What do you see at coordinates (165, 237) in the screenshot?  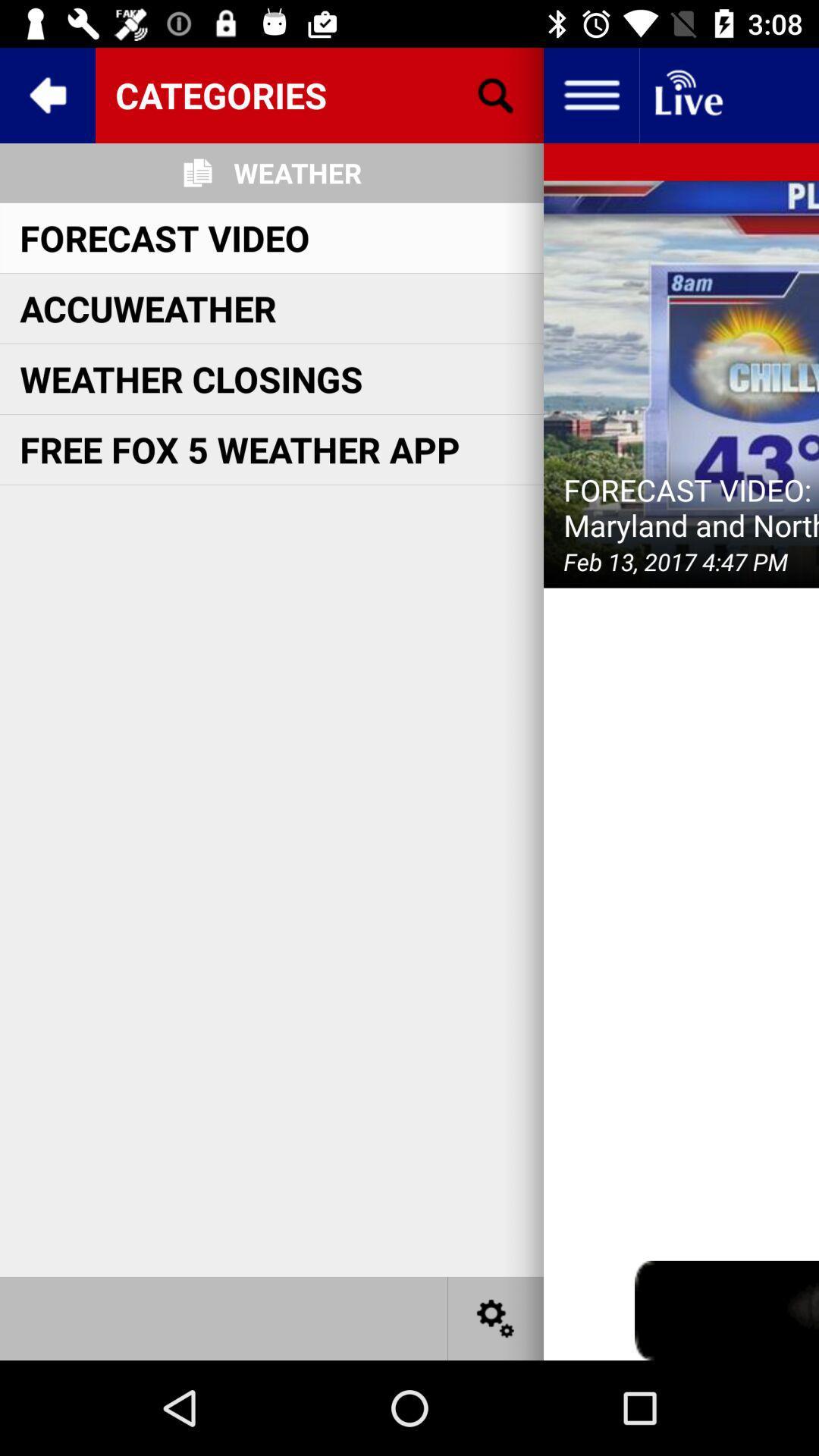 I see `item above accuweather item` at bounding box center [165, 237].